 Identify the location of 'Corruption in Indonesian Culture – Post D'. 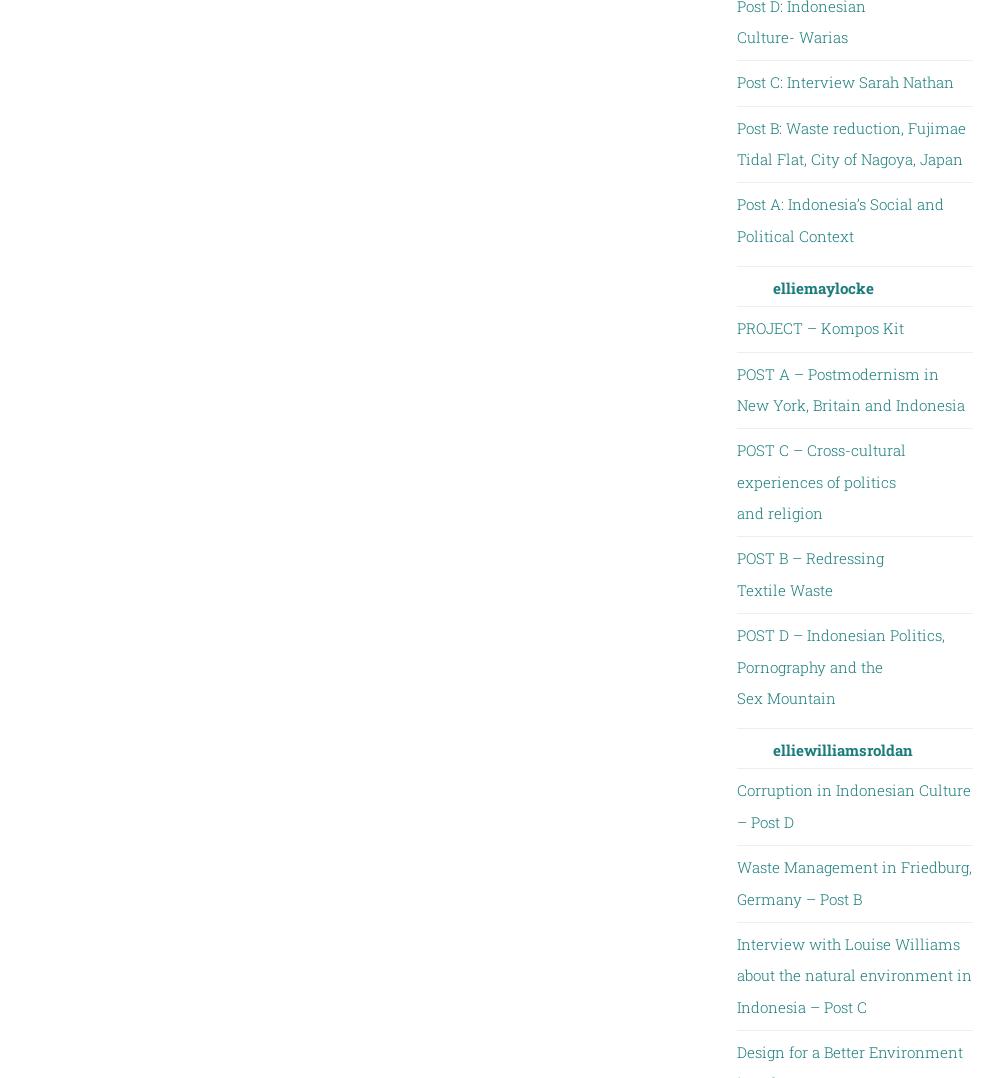
(852, 804).